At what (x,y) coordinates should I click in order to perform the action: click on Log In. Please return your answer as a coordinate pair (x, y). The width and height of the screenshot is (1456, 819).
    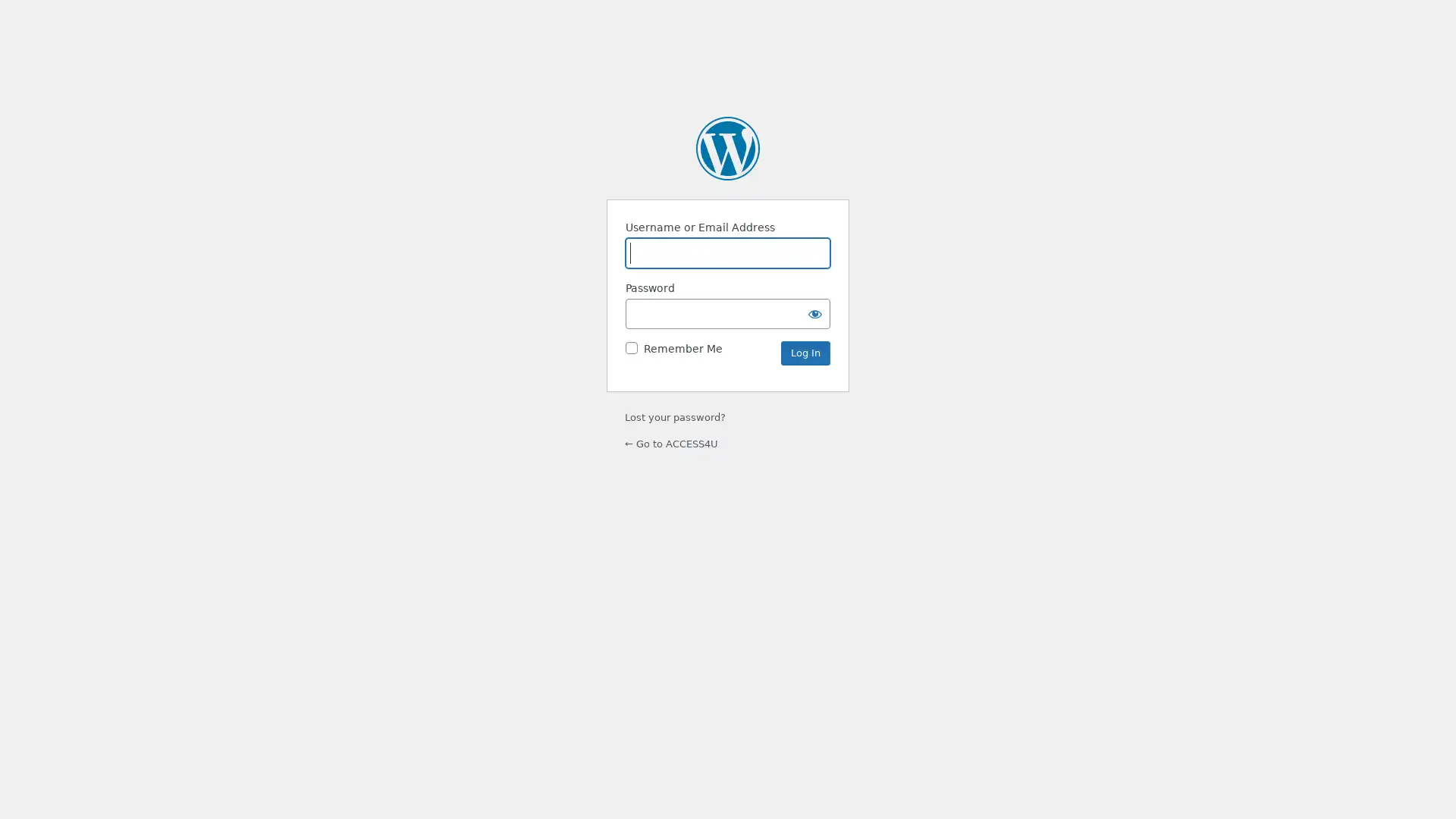
    Looking at the image, I should click on (805, 353).